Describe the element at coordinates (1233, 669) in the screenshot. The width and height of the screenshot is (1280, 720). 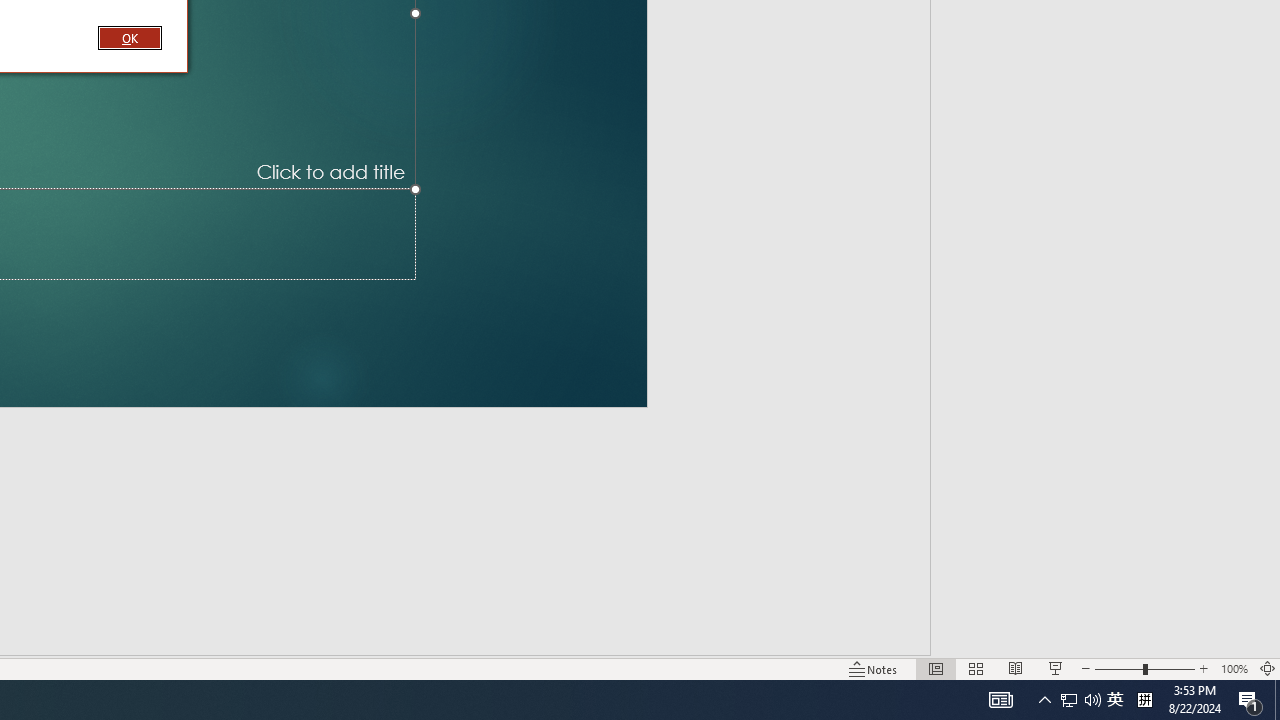
I see `'Zoom 100%'` at that location.